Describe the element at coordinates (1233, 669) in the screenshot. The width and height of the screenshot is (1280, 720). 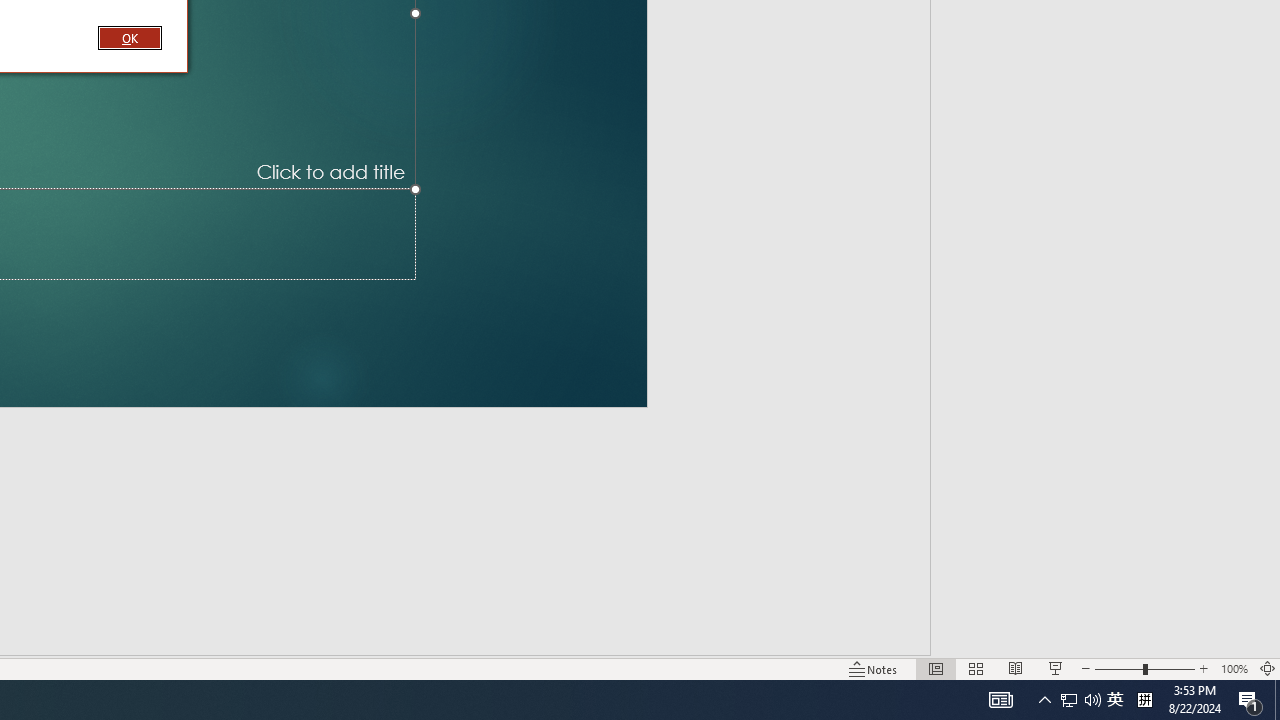
I see `'Zoom 100%'` at that location.